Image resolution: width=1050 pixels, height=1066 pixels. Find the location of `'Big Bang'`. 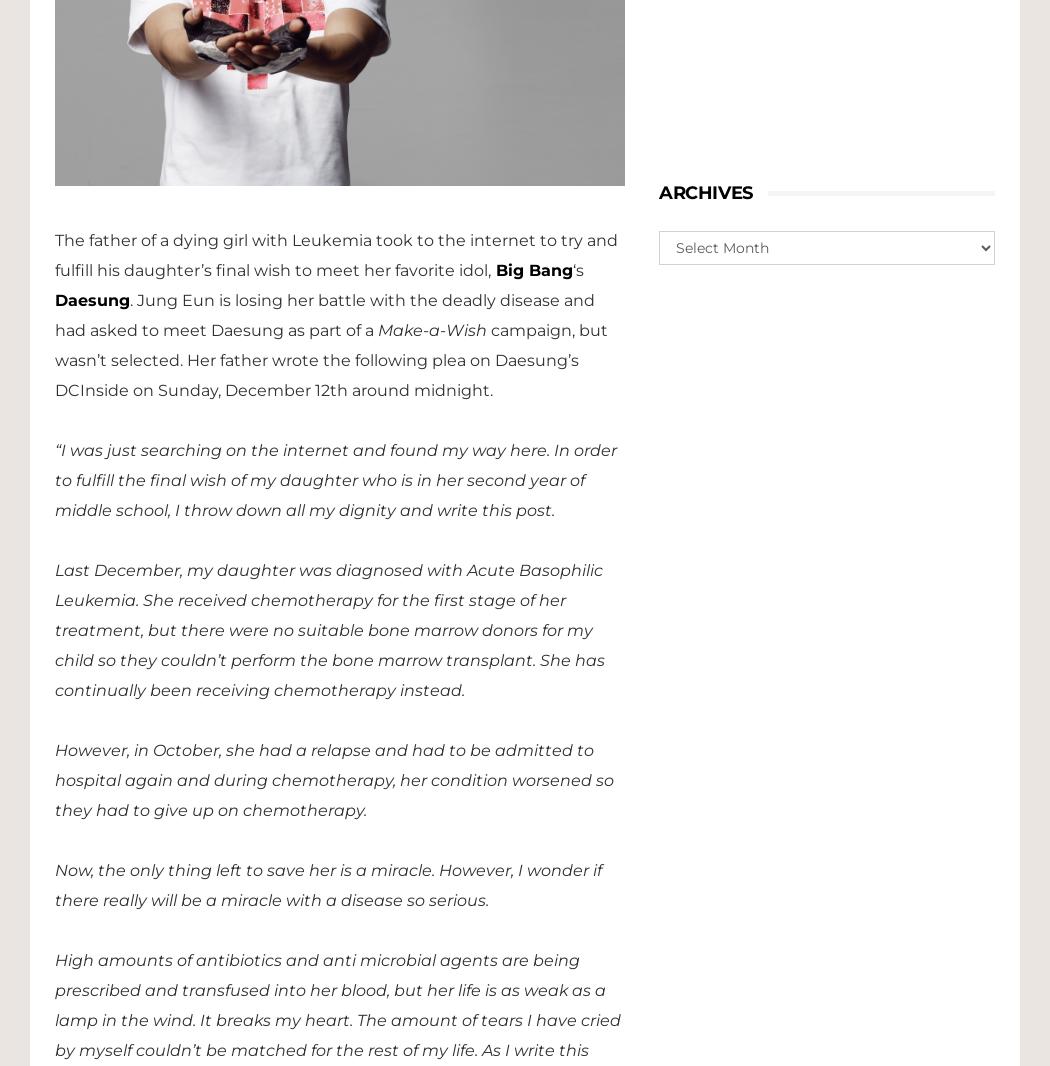

'Big Bang' is located at coordinates (532, 269).